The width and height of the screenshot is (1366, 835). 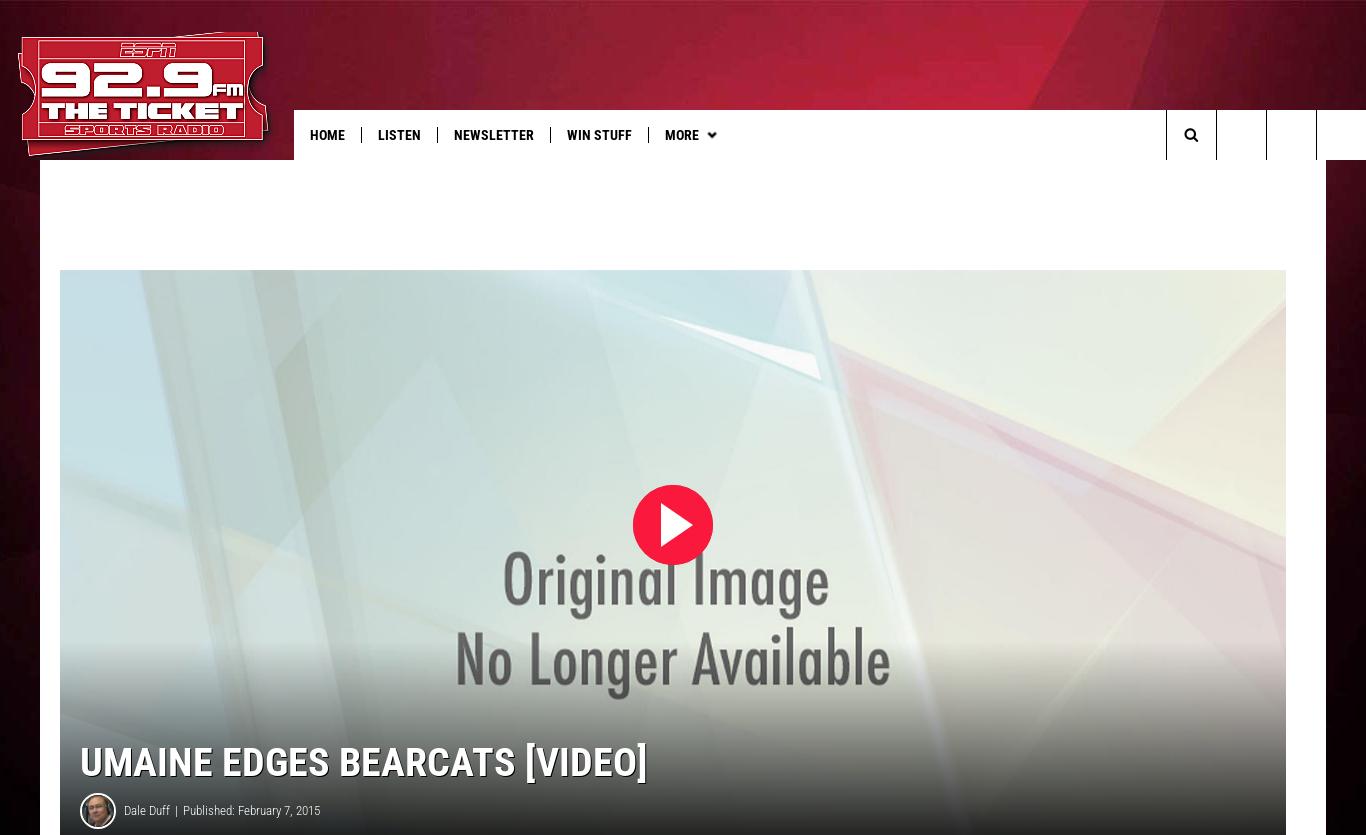 What do you see at coordinates (1042, 176) in the screenshot?
I see `'Sox'` at bounding box center [1042, 176].